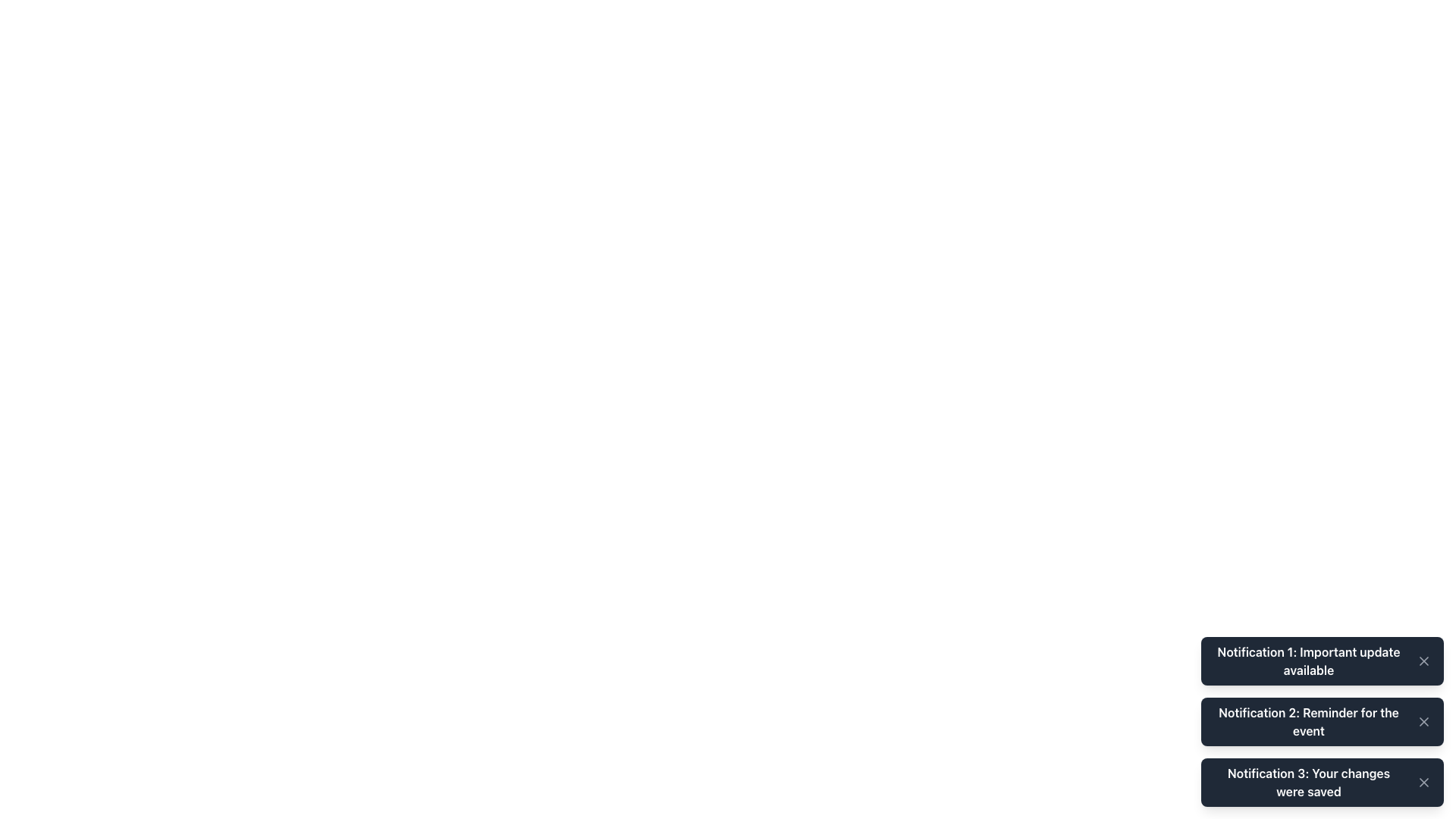  I want to click on the small circular dismiss button with an 'X' symbol located to the right of the text 'Notification 2: Reminder for the event', so click(1423, 721).